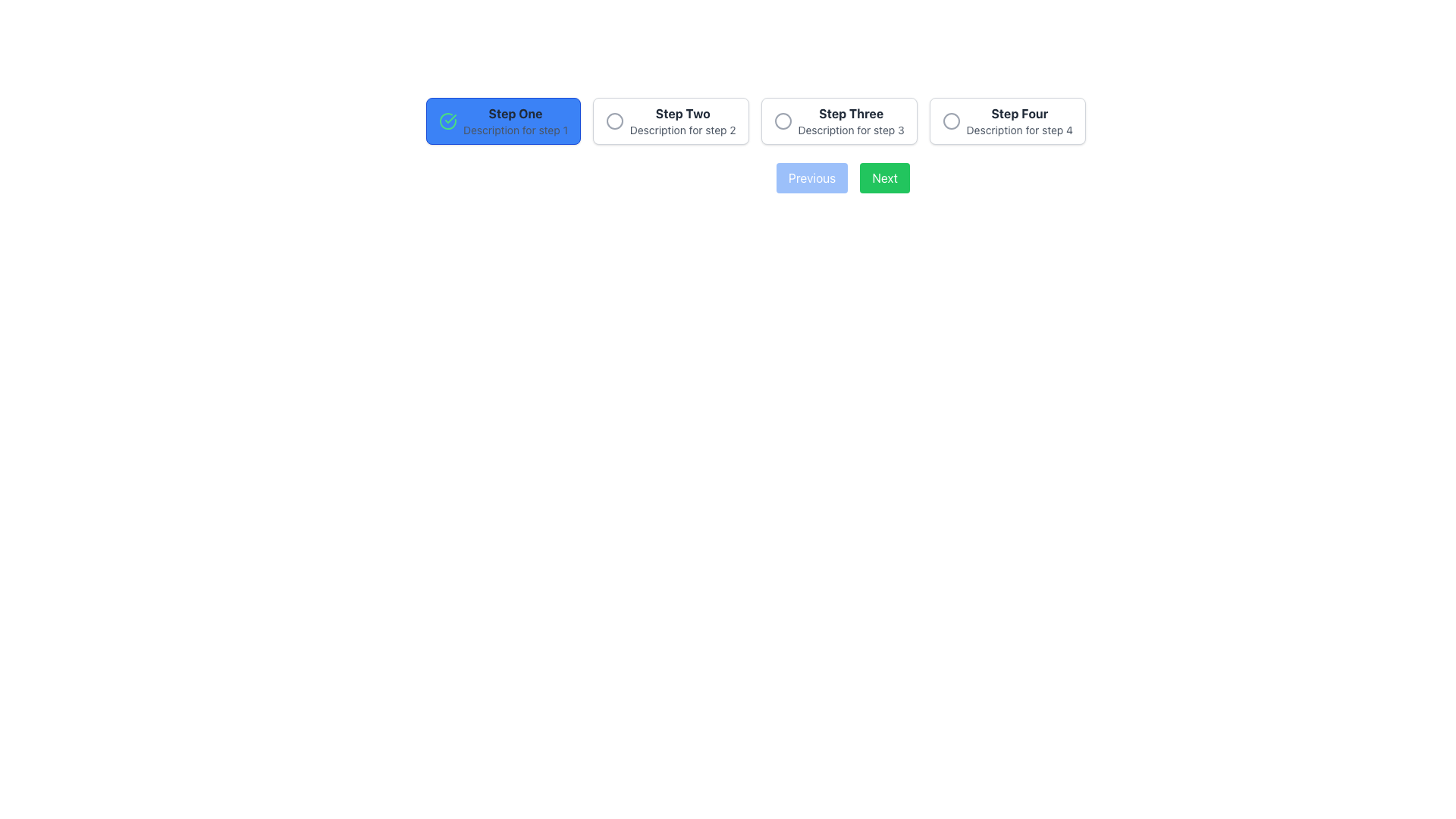 This screenshot has width=1456, height=819. What do you see at coordinates (1019, 113) in the screenshot?
I see `the Text Label that serves as a title for the fourth step in the sequential navigation component, positioned above the text 'Description for step 4'` at bounding box center [1019, 113].